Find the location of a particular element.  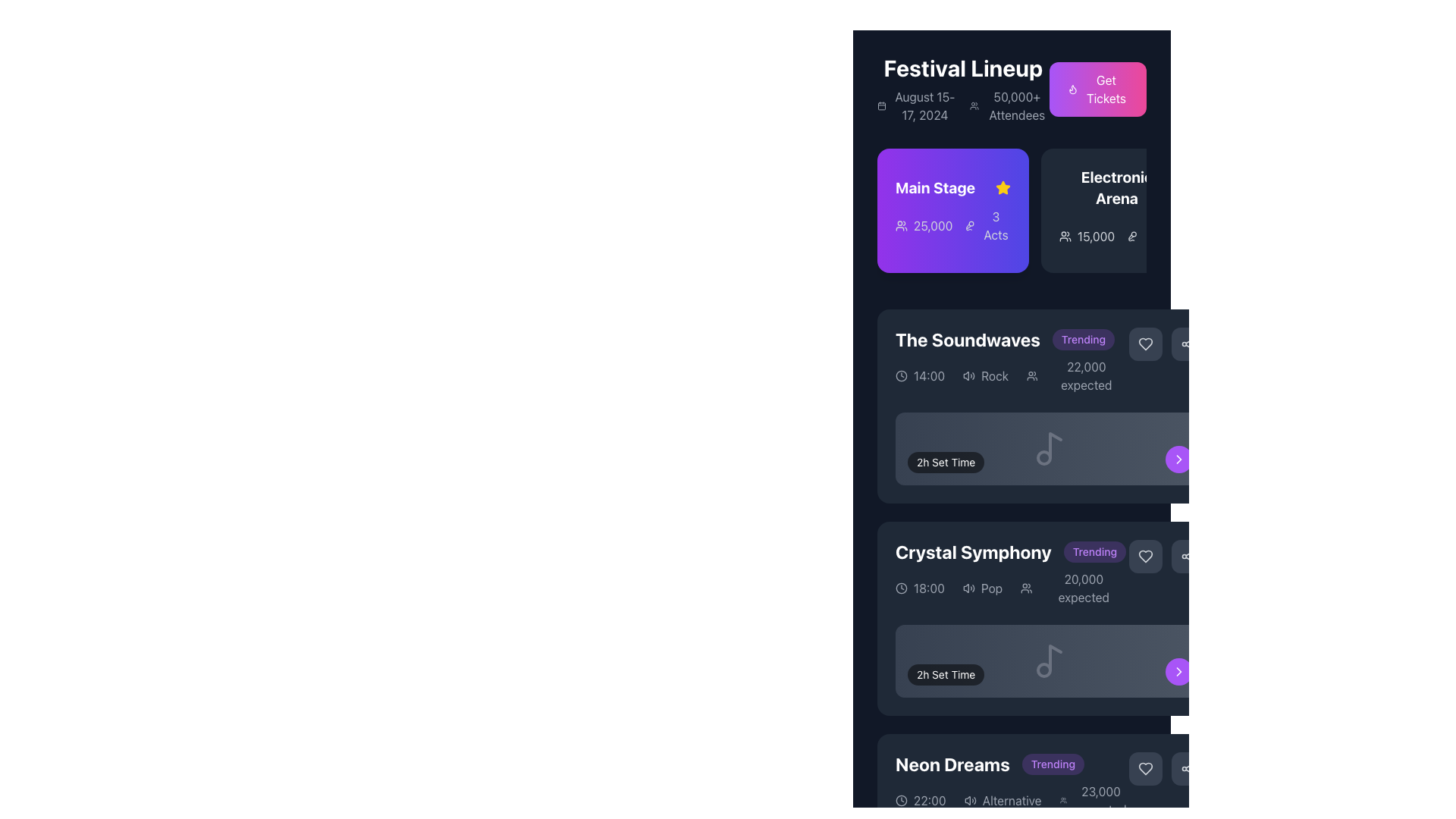

the text label displaying '50,000+ Attendees' to trigger potential tooltips or interactions is located at coordinates (1017, 105).